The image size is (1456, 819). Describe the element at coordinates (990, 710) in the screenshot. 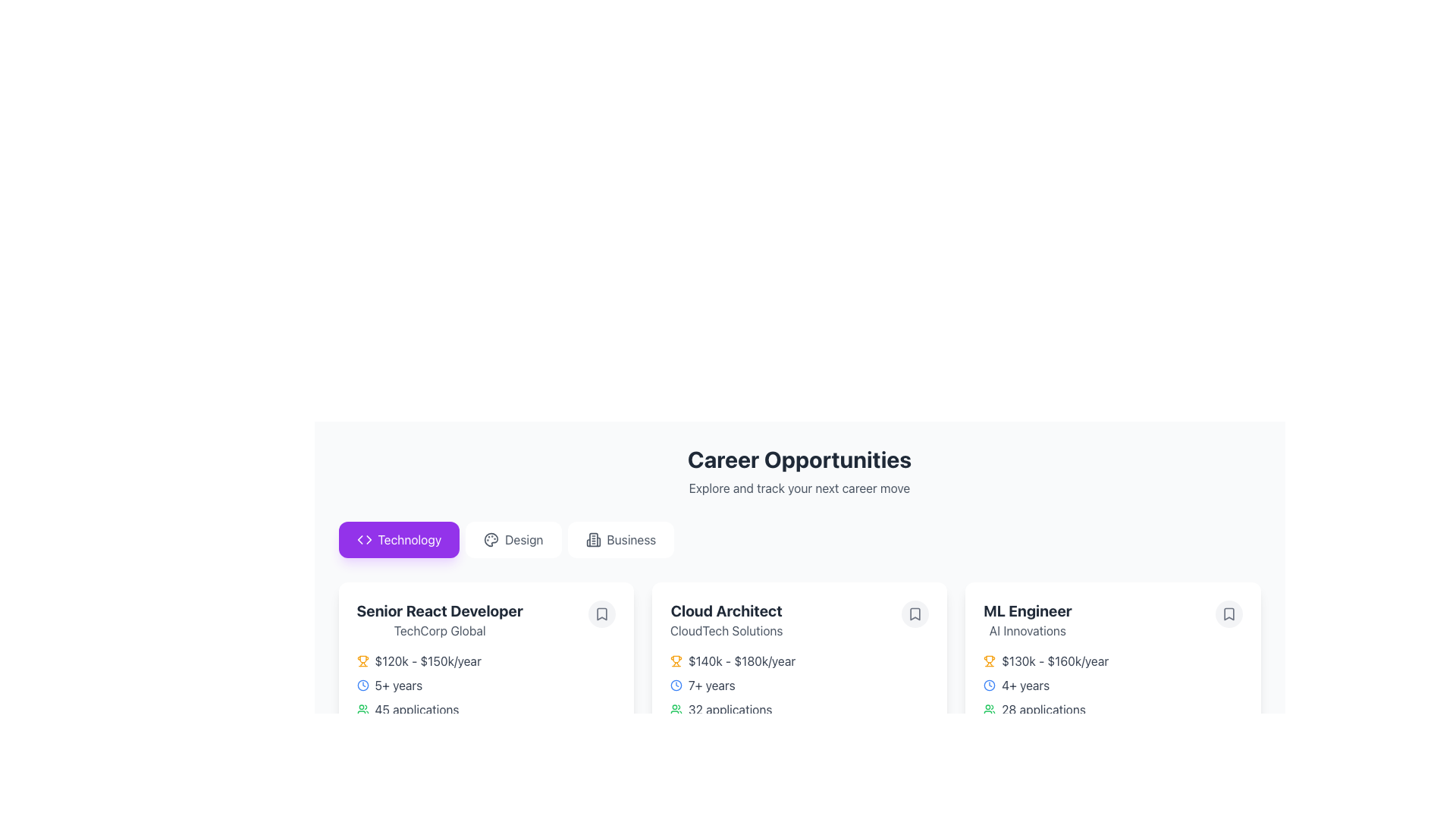

I see `the icon representing the user group or applicants associated with the 'ML Engineer' job posting, located to the left of the '28 applications' text` at that location.